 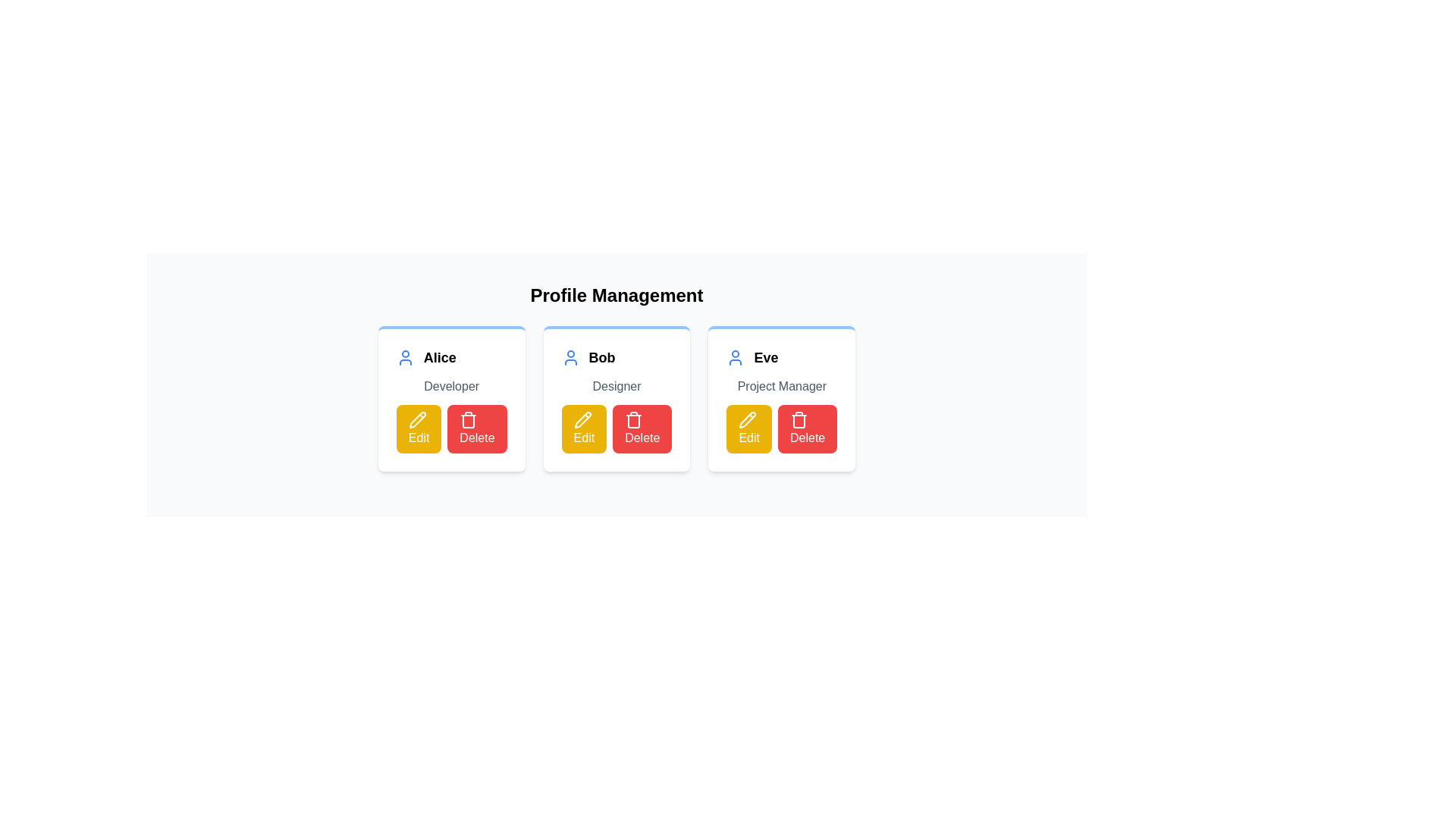 What do you see at coordinates (582, 420) in the screenshot?
I see `the pencil icon associated with editing functionality located in the Profile Management section of the user profile card labeled 'Bob'` at bounding box center [582, 420].